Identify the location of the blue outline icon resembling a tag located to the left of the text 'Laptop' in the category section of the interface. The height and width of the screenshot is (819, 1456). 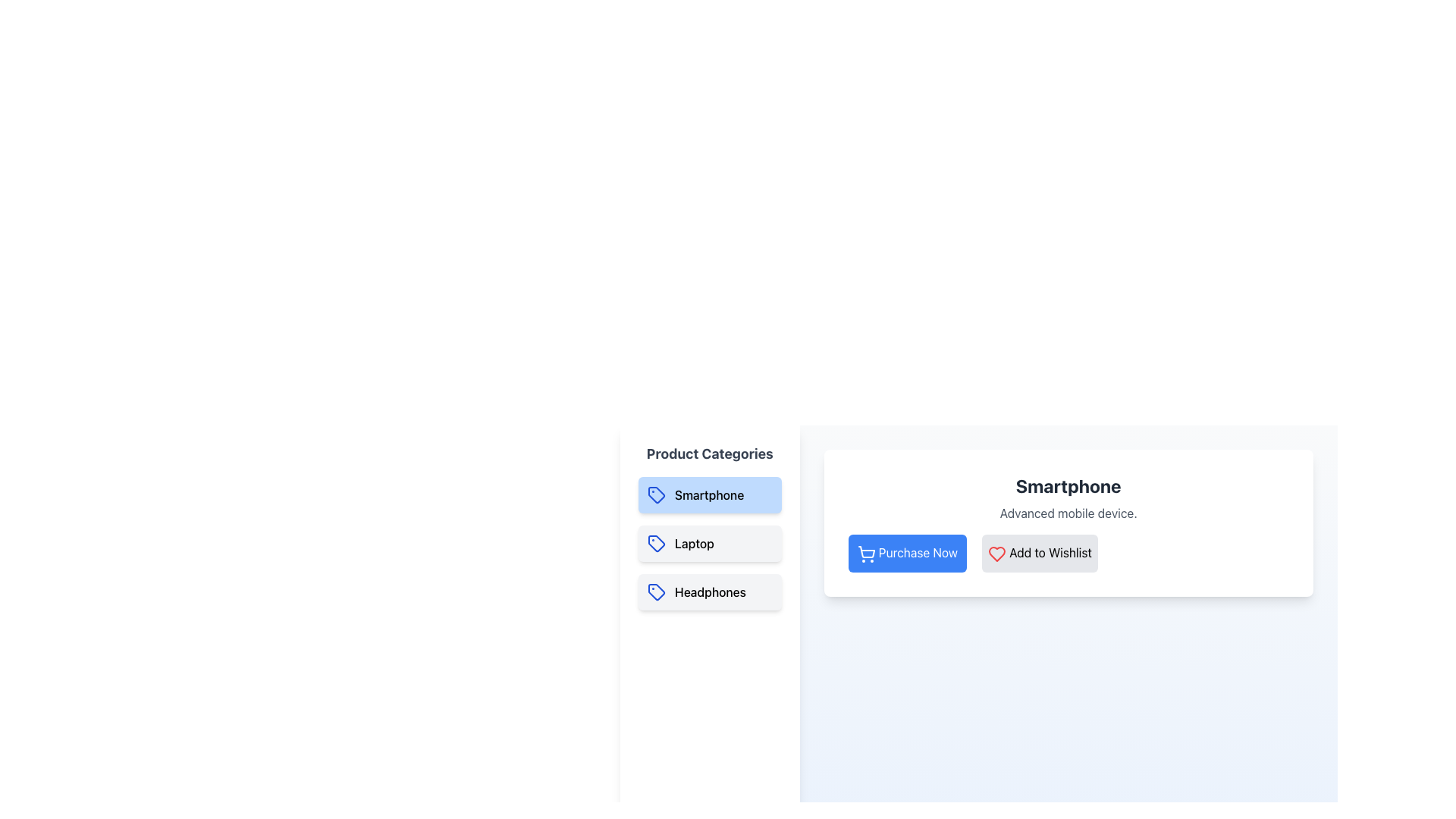
(656, 543).